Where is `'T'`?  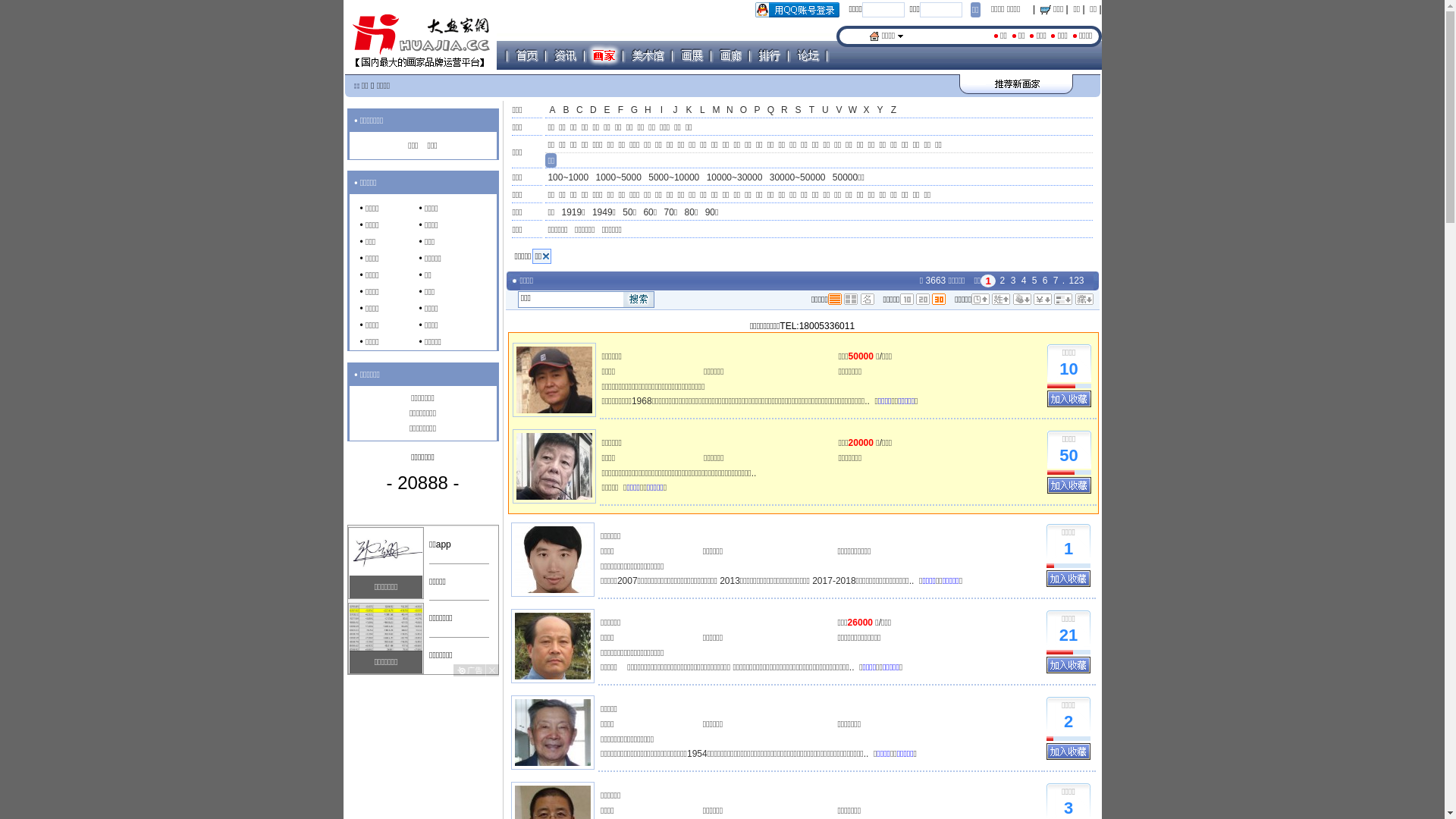 'T' is located at coordinates (803, 110).